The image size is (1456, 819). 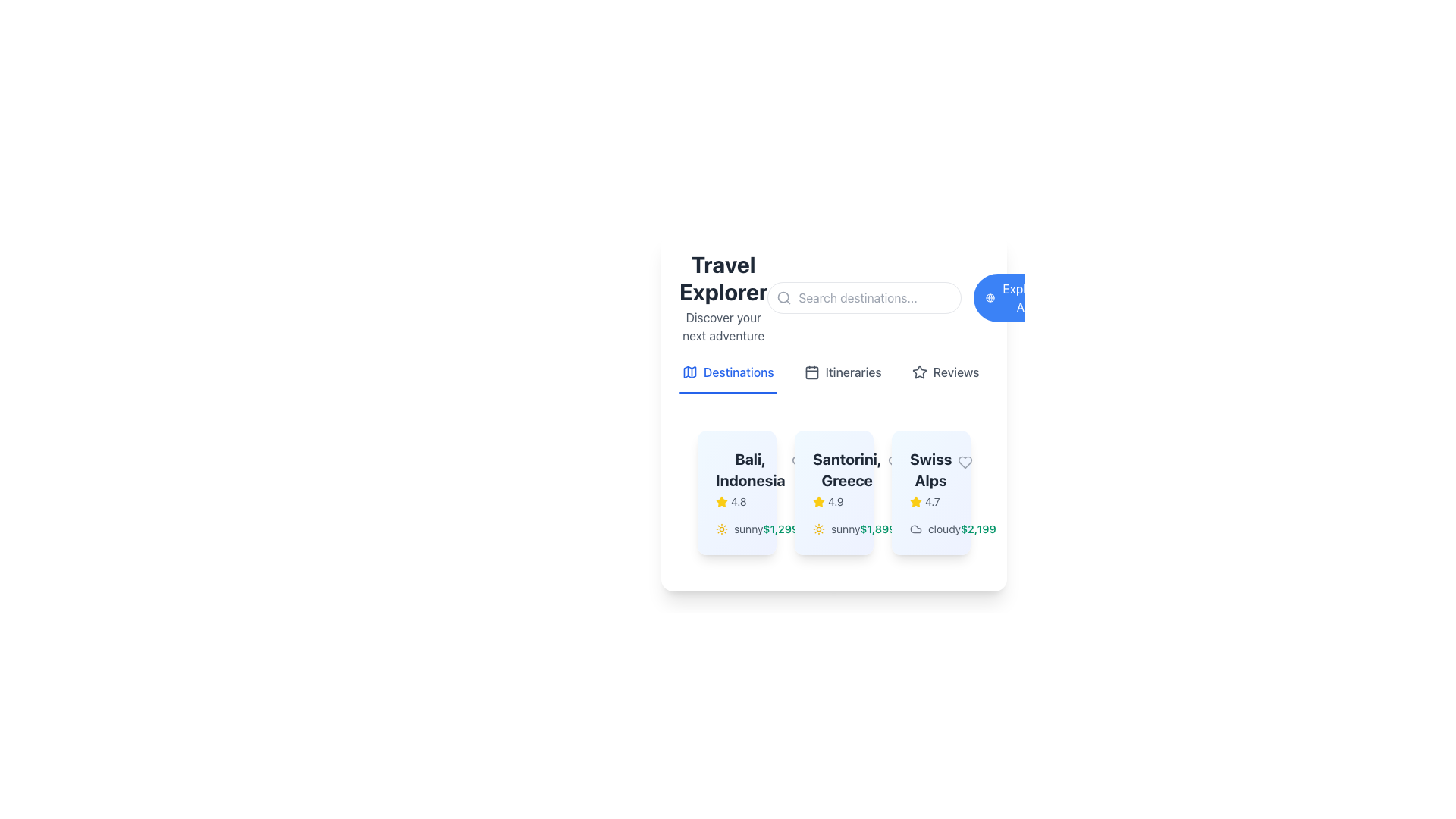 I want to click on the navigation link for reviews, which is the third item in the navigation bar beneath 'Travel Explorer', positioned between 'Itineraries' and 'Explore', so click(x=945, y=377).